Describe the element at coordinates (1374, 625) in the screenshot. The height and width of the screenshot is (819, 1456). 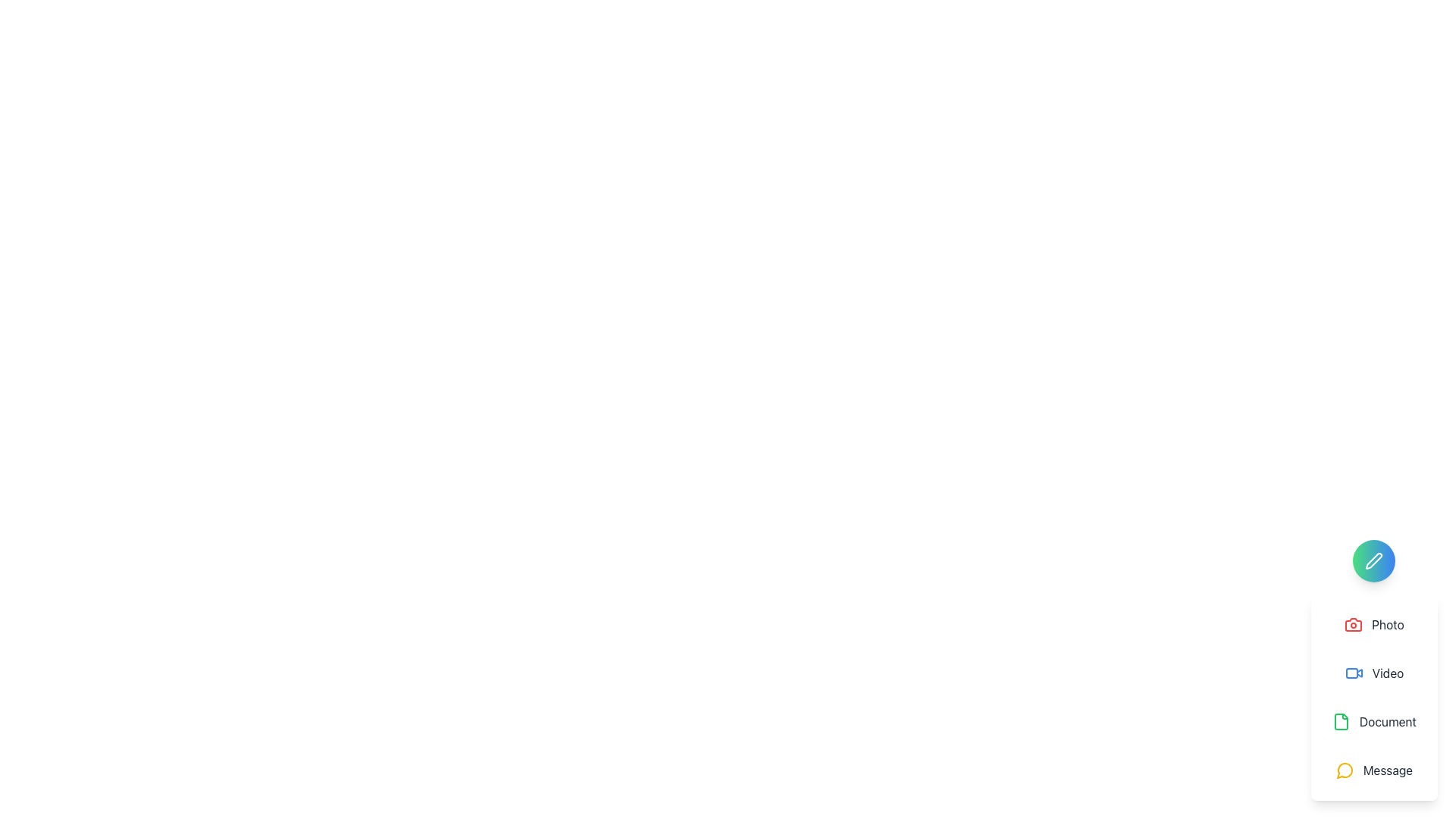
I see `the photo action button located just below the circular icon in the white rounded-corner menu` at that location.